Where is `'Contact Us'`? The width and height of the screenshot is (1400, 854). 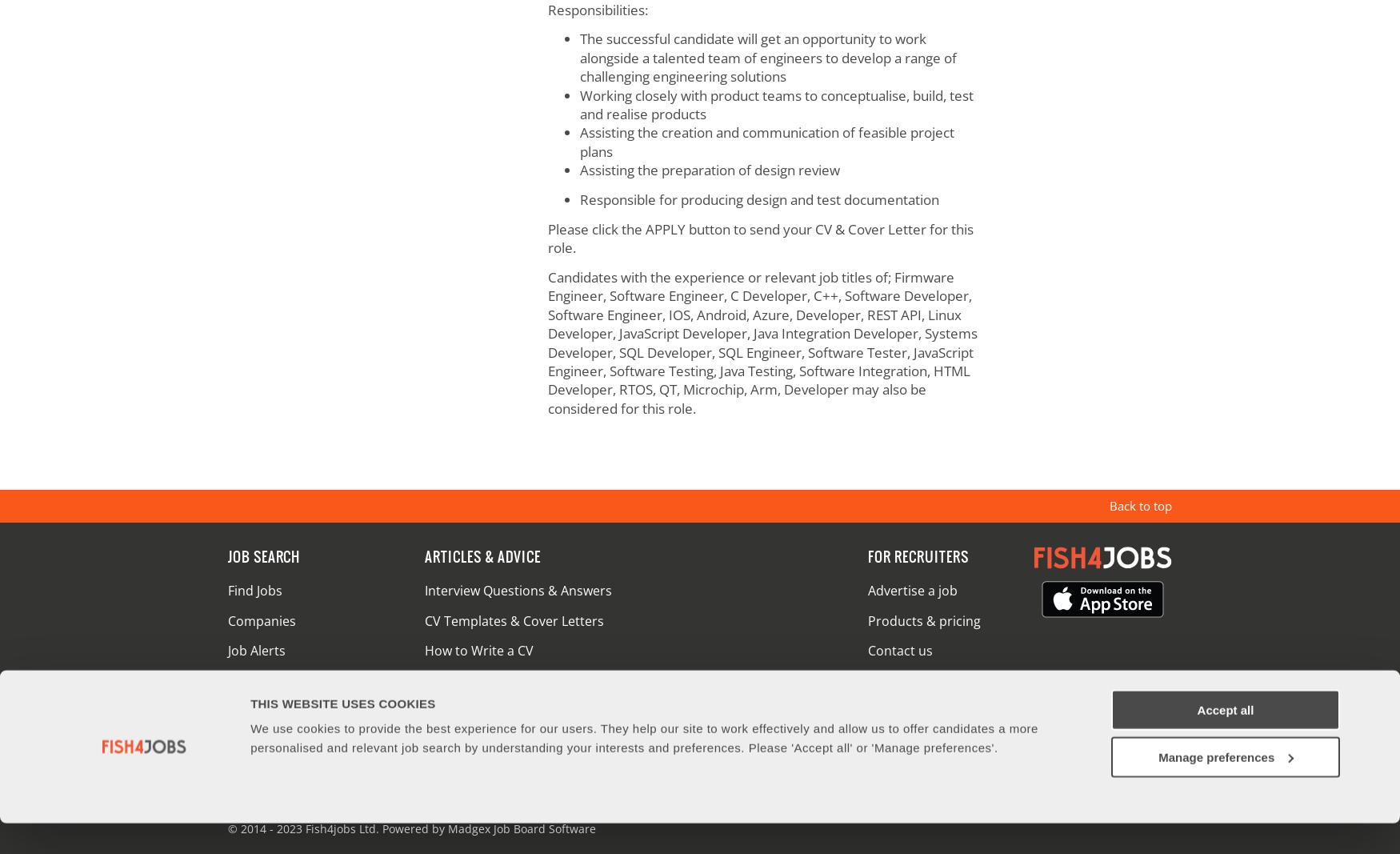
'Contact Us' is located at coordinates (325, 798).